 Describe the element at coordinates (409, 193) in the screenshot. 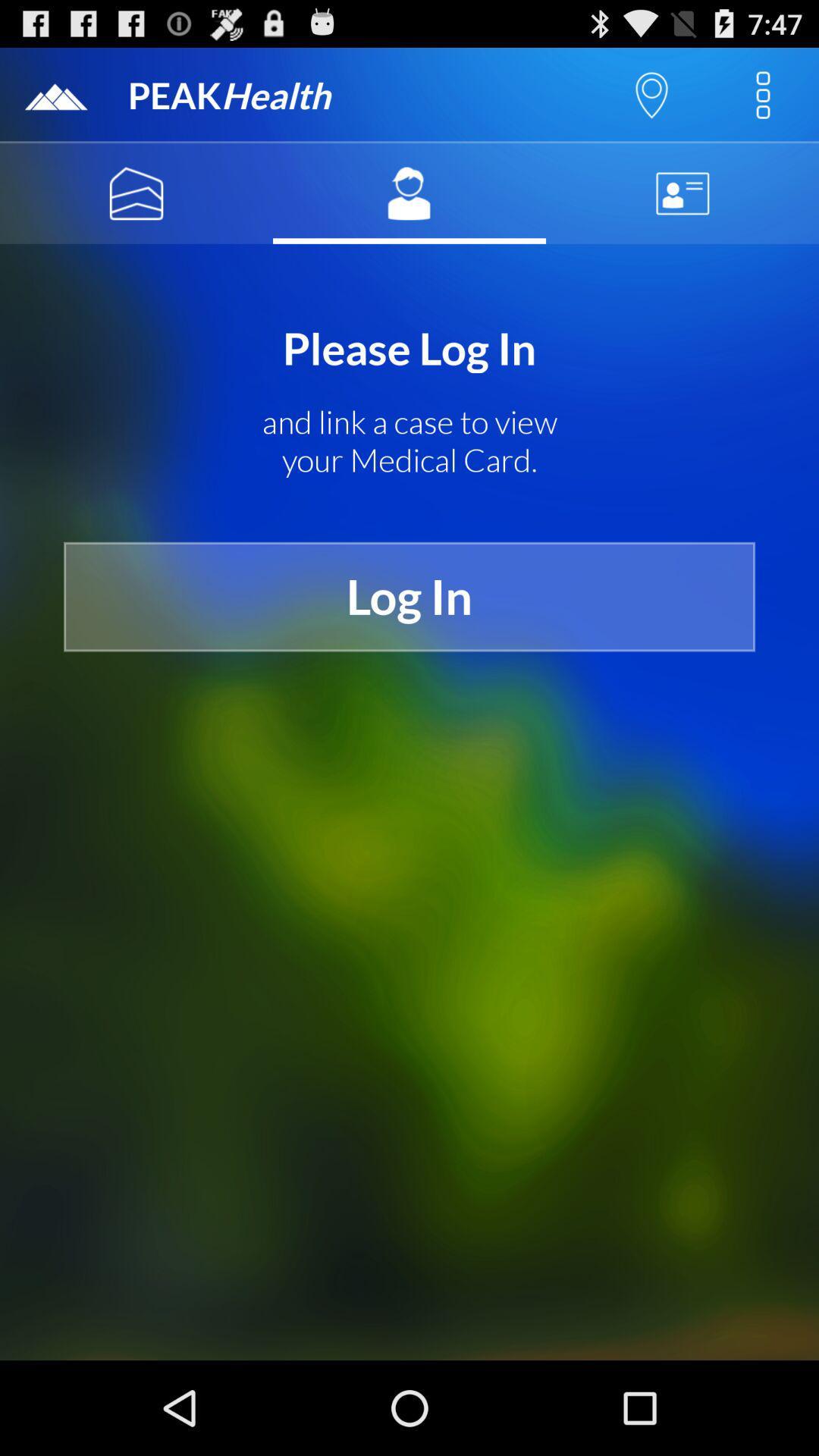

I see `tap for personal login` at that location.